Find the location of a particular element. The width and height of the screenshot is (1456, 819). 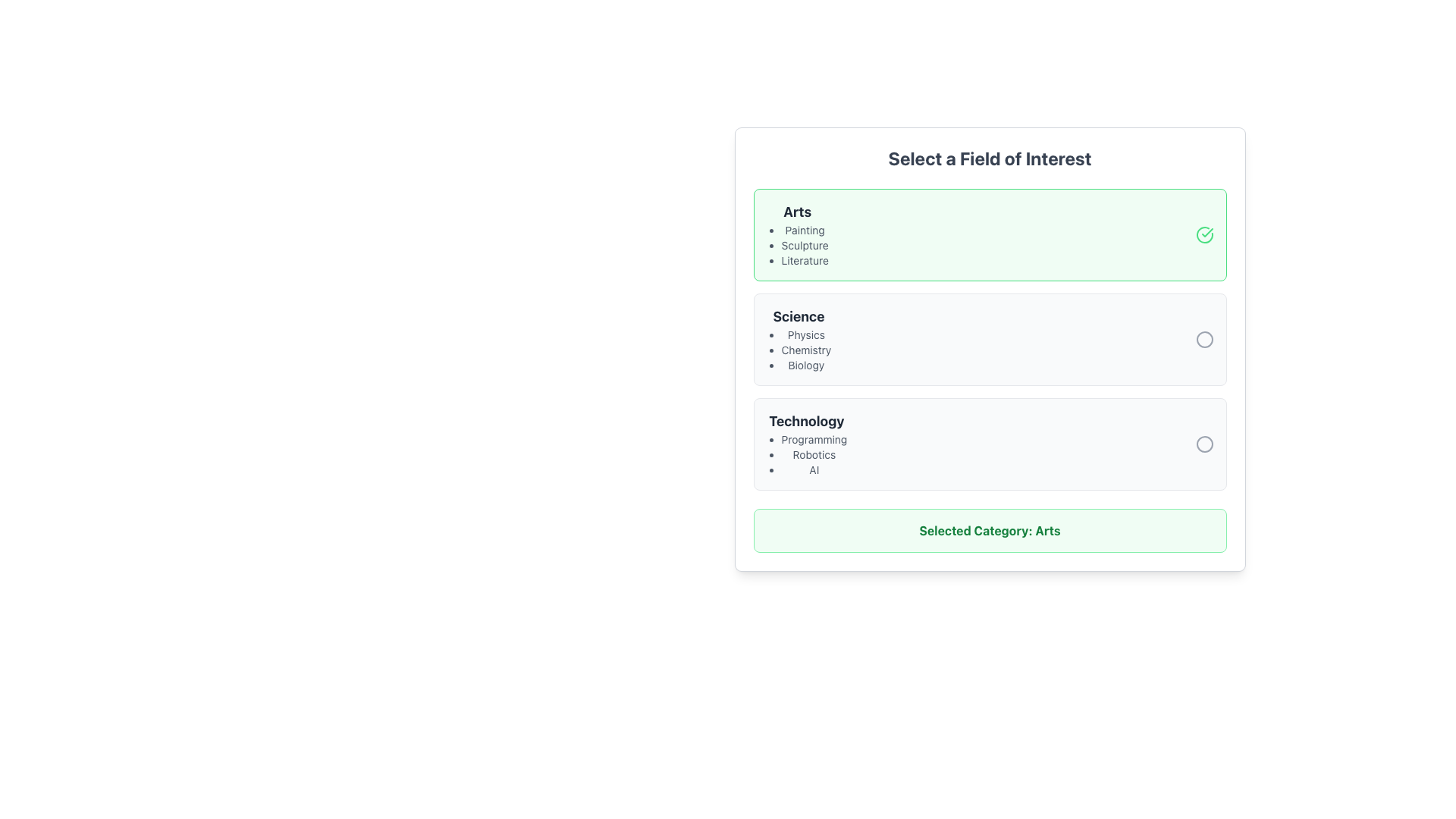

the static text item representing the subject within the 'Science' category, which is the last item in the bulleted list below 'Chemistry' is located at coordinates (805, 366).